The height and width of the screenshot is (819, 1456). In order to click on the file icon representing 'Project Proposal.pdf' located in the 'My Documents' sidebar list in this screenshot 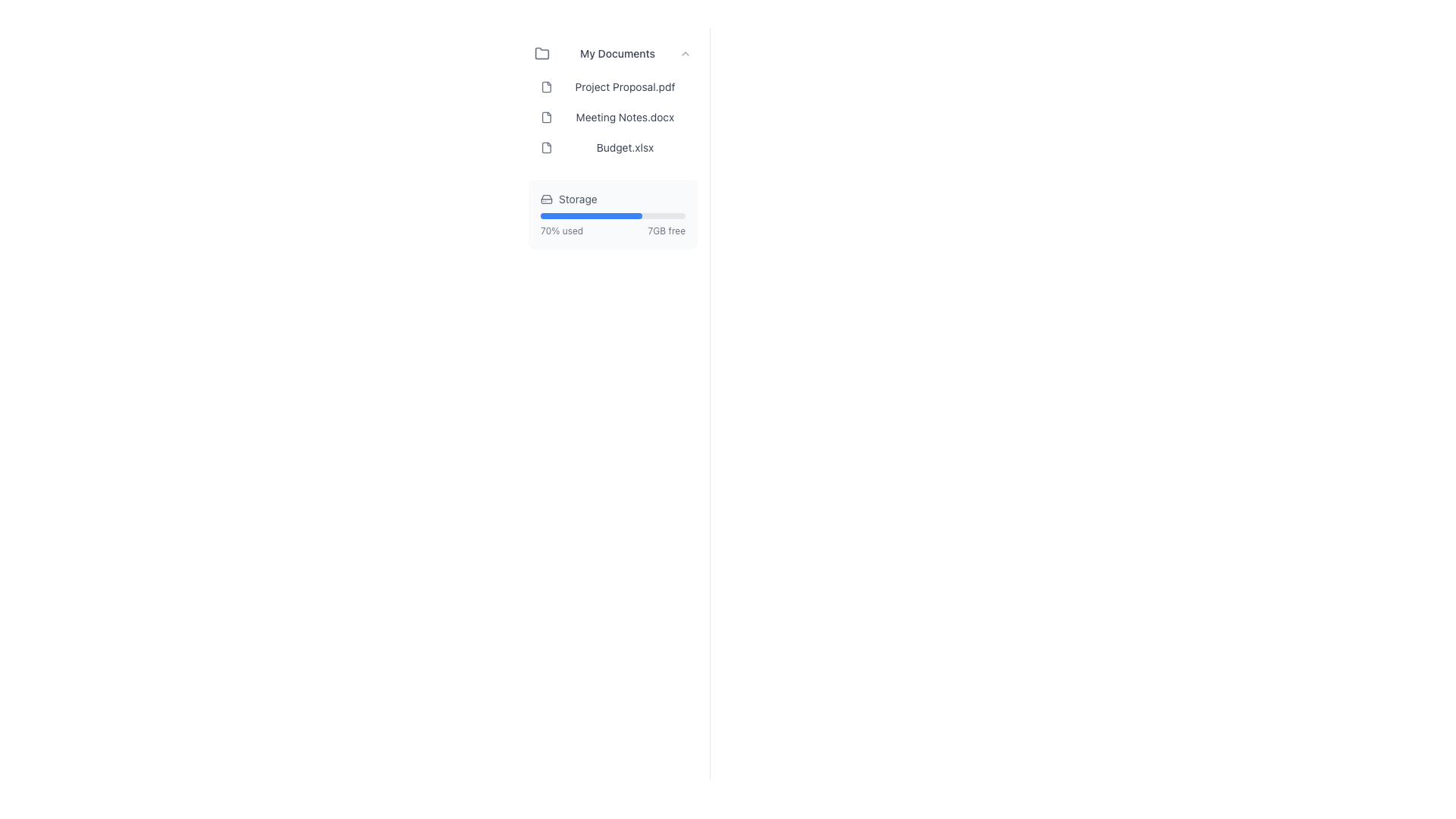, I will do `click(546, 87)`.